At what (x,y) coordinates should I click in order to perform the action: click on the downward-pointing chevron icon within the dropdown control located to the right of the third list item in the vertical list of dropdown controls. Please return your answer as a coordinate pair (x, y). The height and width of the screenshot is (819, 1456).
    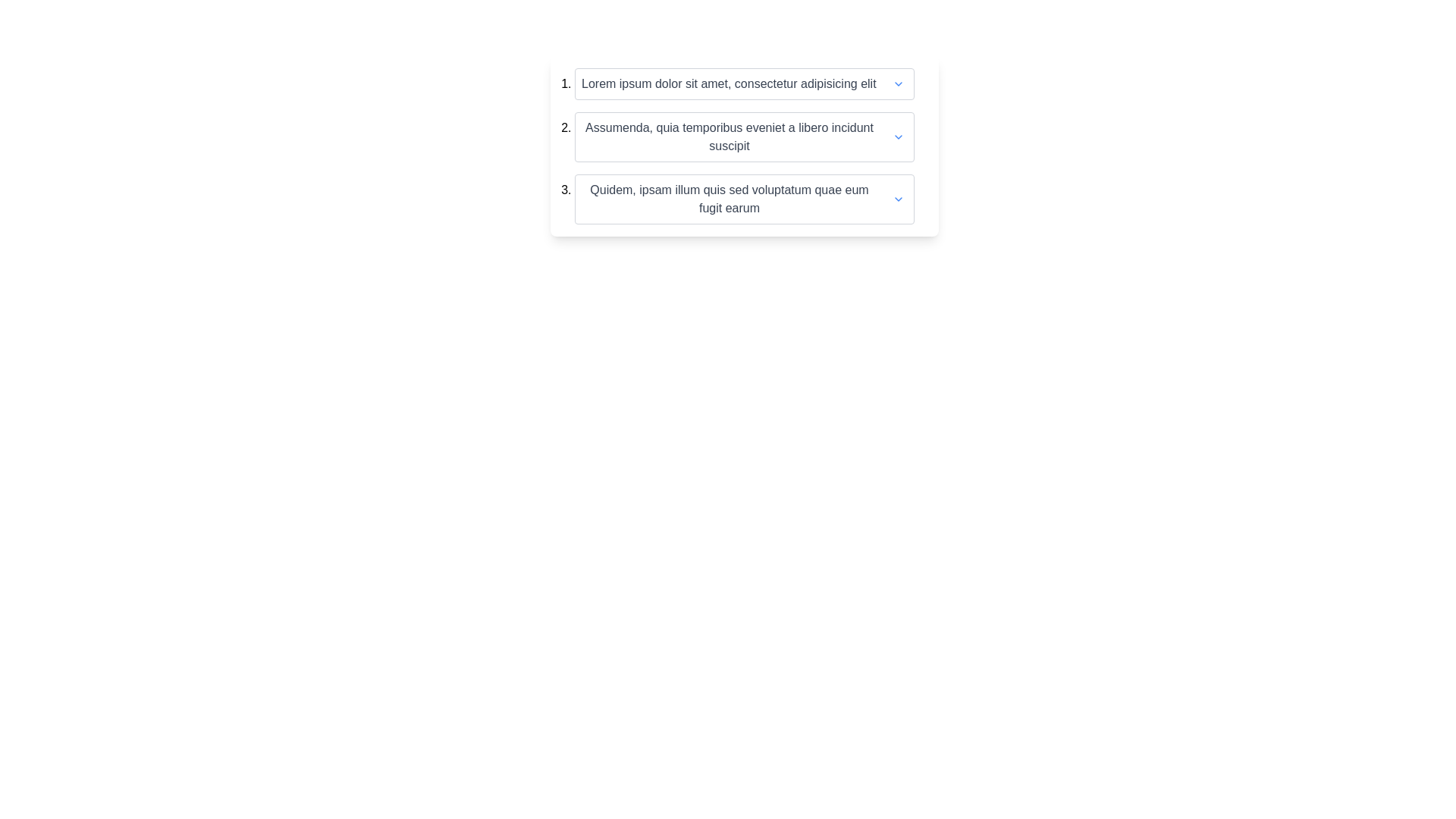
    Looking at the image, I should click on (899, 198).